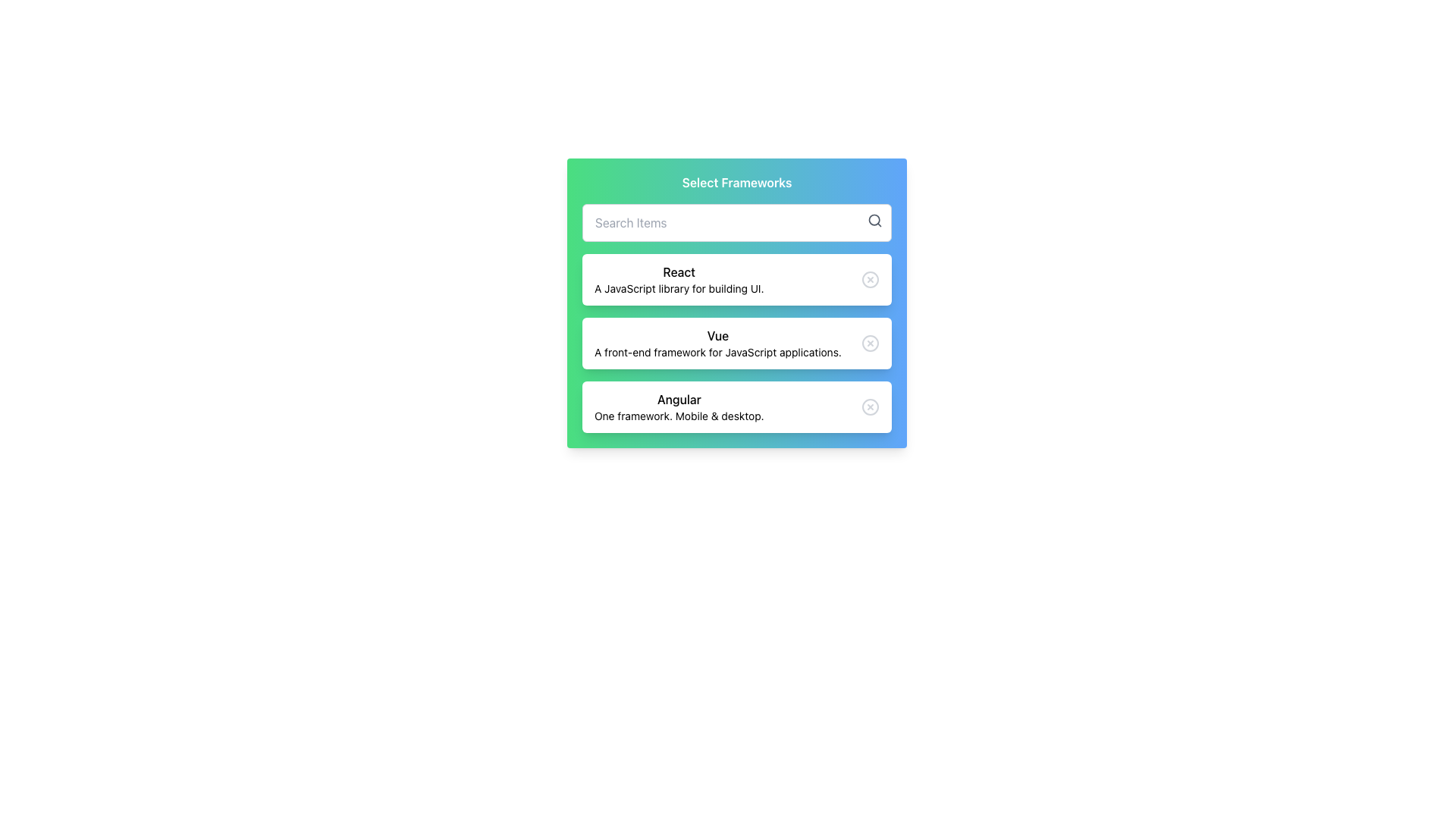 The height and width of the screenshot is (819, 1456). What do you see at coordinates (678, 271) in the screenshot?
I see `the Text label that serves as the title header for the React framework section, which displays 'React'` at bounding box center [678, 271].